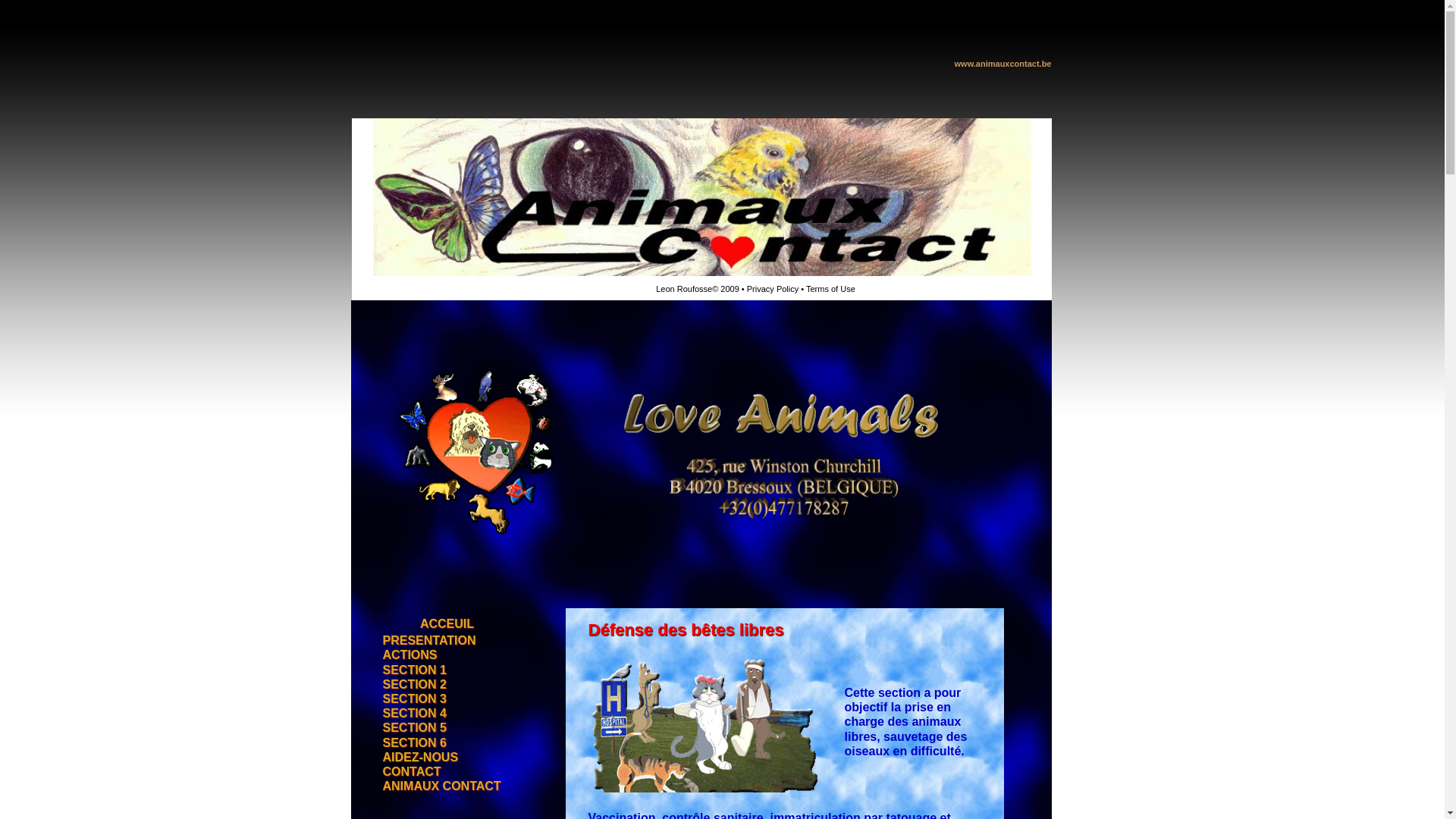  I want to click on 'Archives', so click(442, 439).